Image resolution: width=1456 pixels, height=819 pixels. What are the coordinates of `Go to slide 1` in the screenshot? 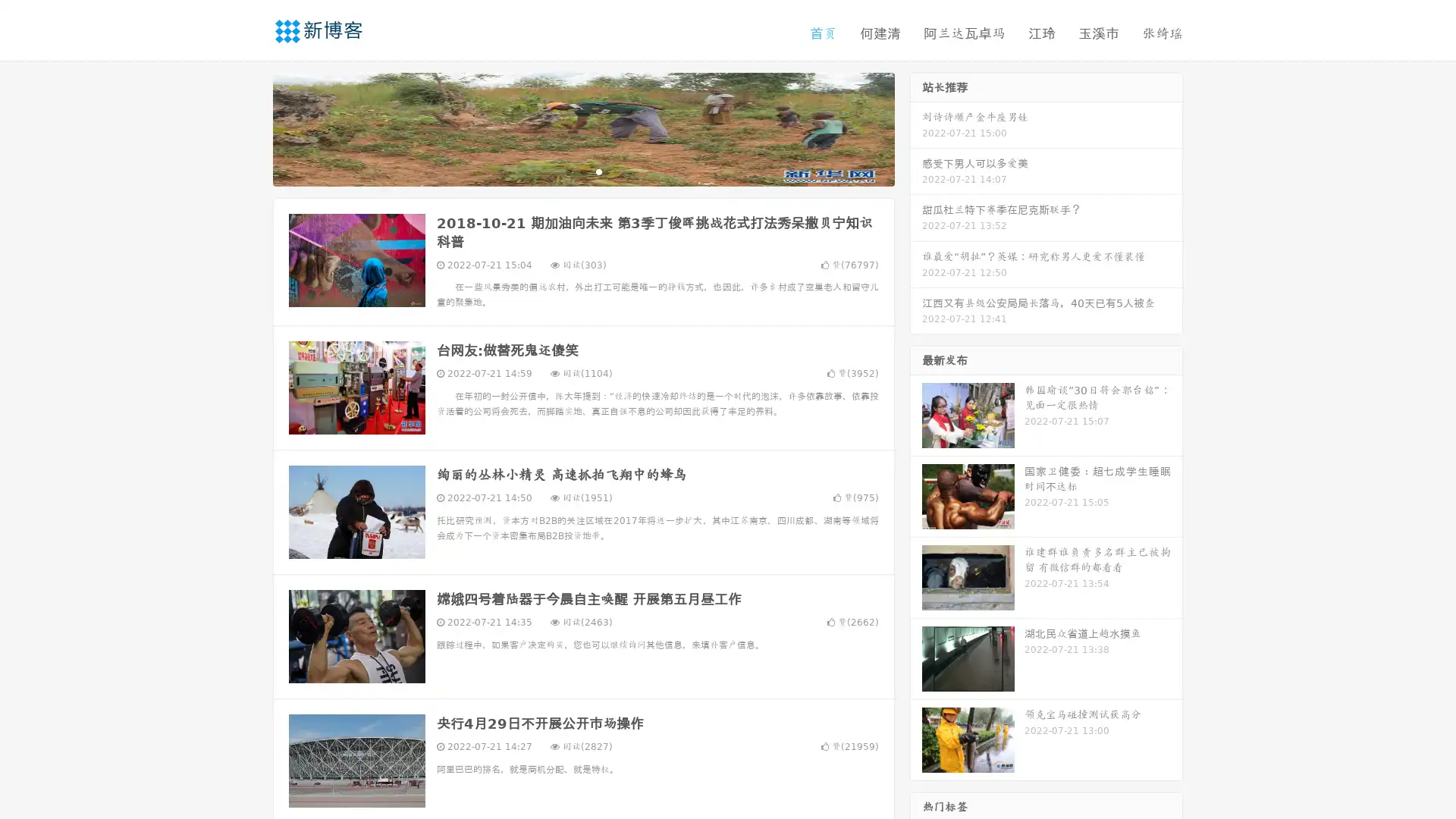 It's located at (567, 171).